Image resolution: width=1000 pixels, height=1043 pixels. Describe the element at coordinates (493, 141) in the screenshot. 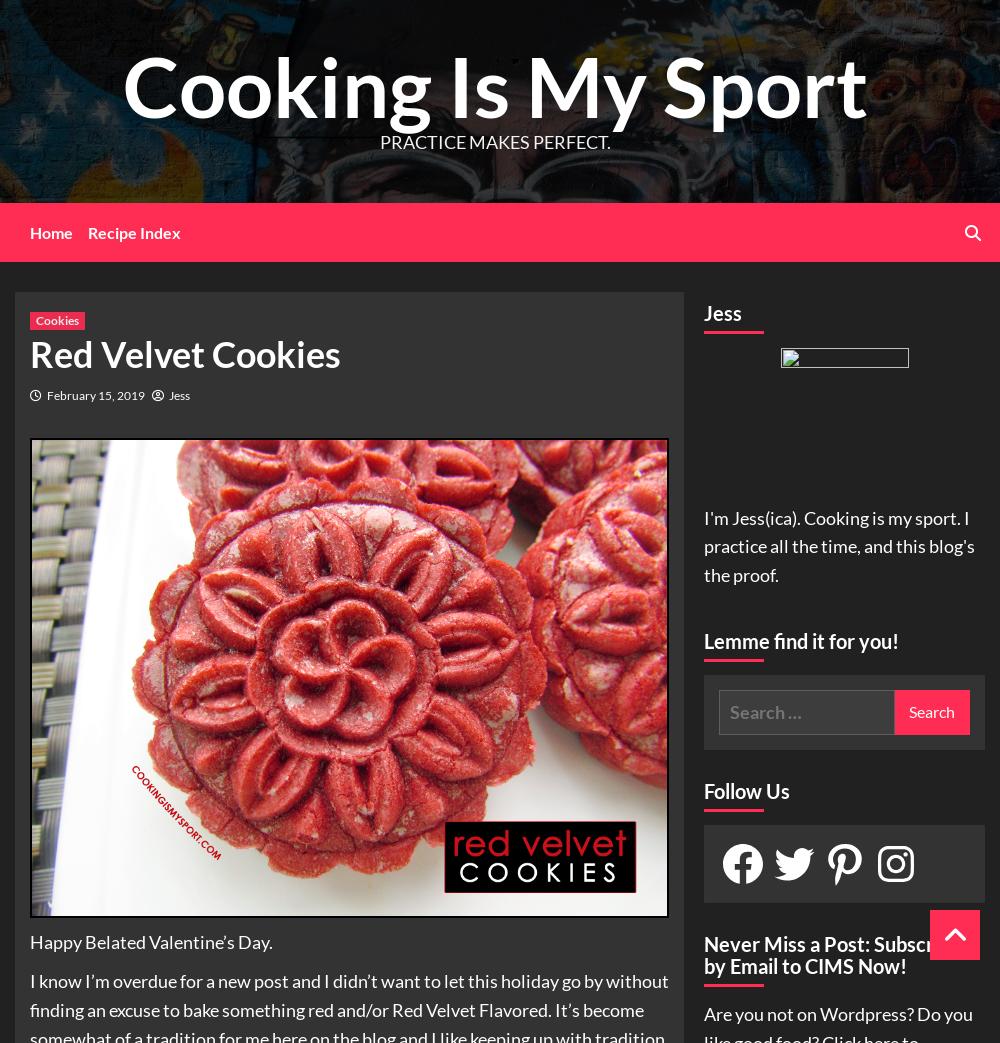

I see `'Practice makes perfect.'` at that location.